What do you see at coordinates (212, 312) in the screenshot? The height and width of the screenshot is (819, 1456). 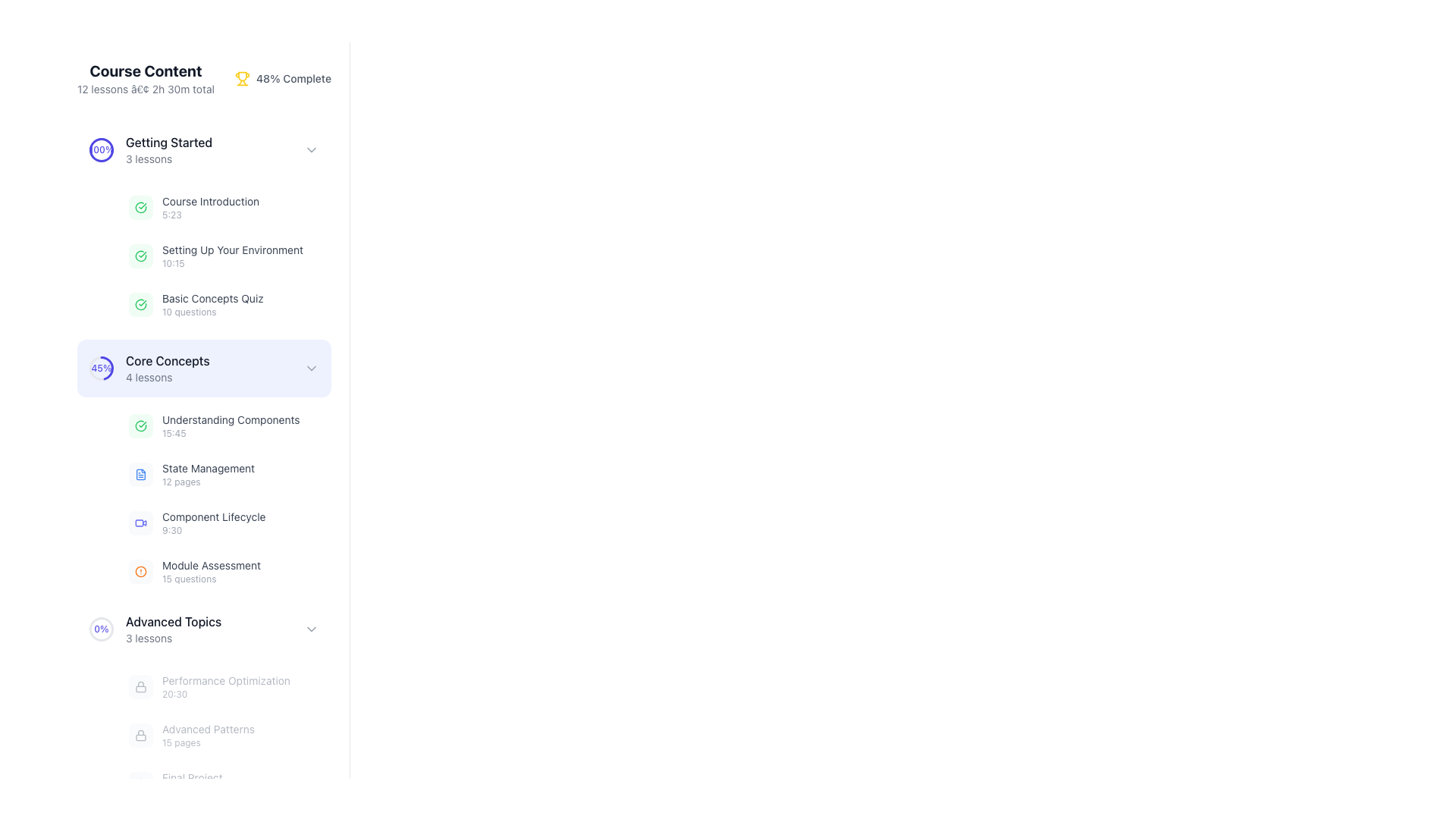 I see `text display showing '10 questions' which is located below the title 'Basic Concepts Quiz' in the course content list under 'Getting Started'` at bounding box center [212, 312].